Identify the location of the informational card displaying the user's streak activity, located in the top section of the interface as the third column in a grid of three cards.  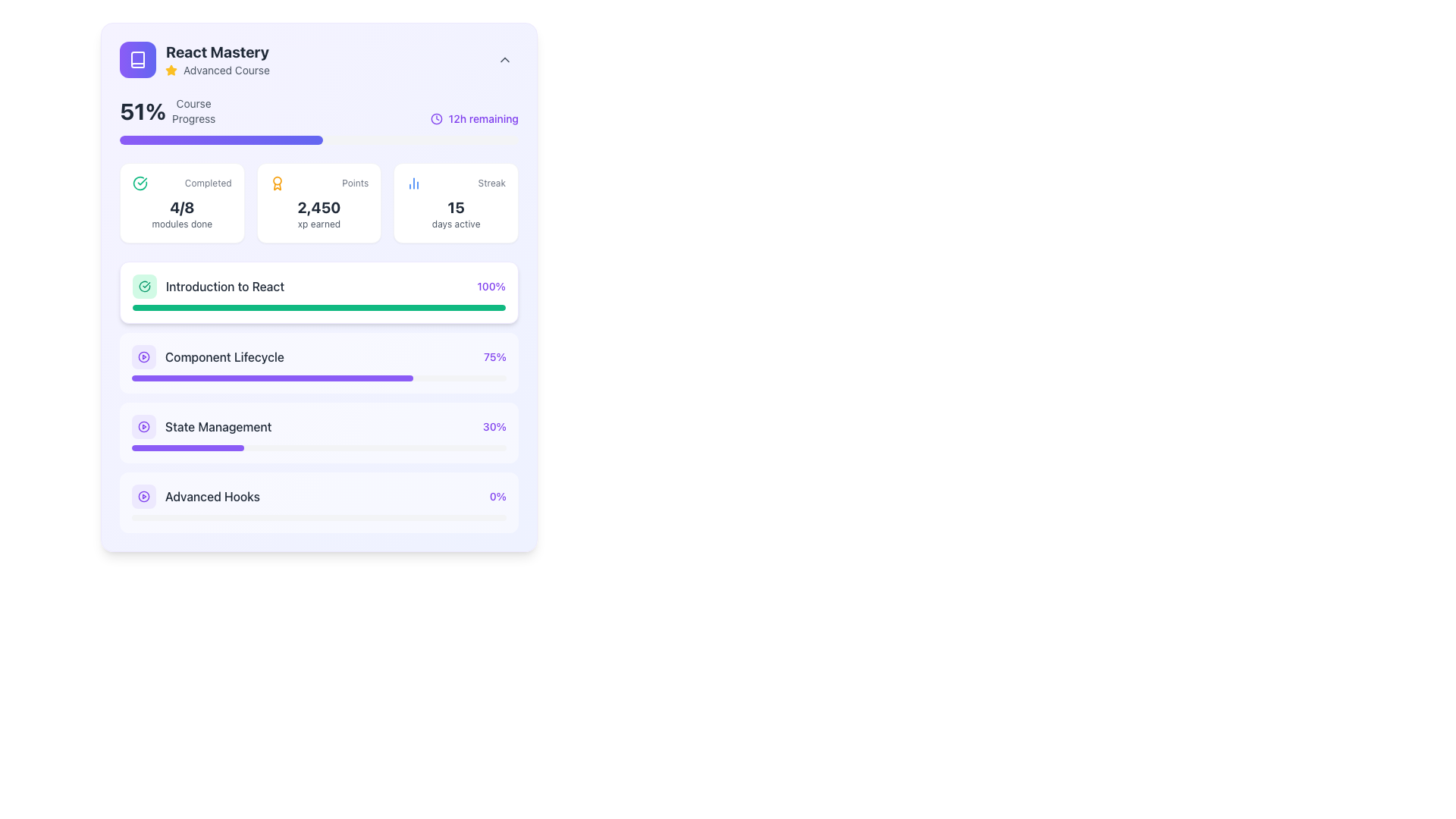
(455, 202).